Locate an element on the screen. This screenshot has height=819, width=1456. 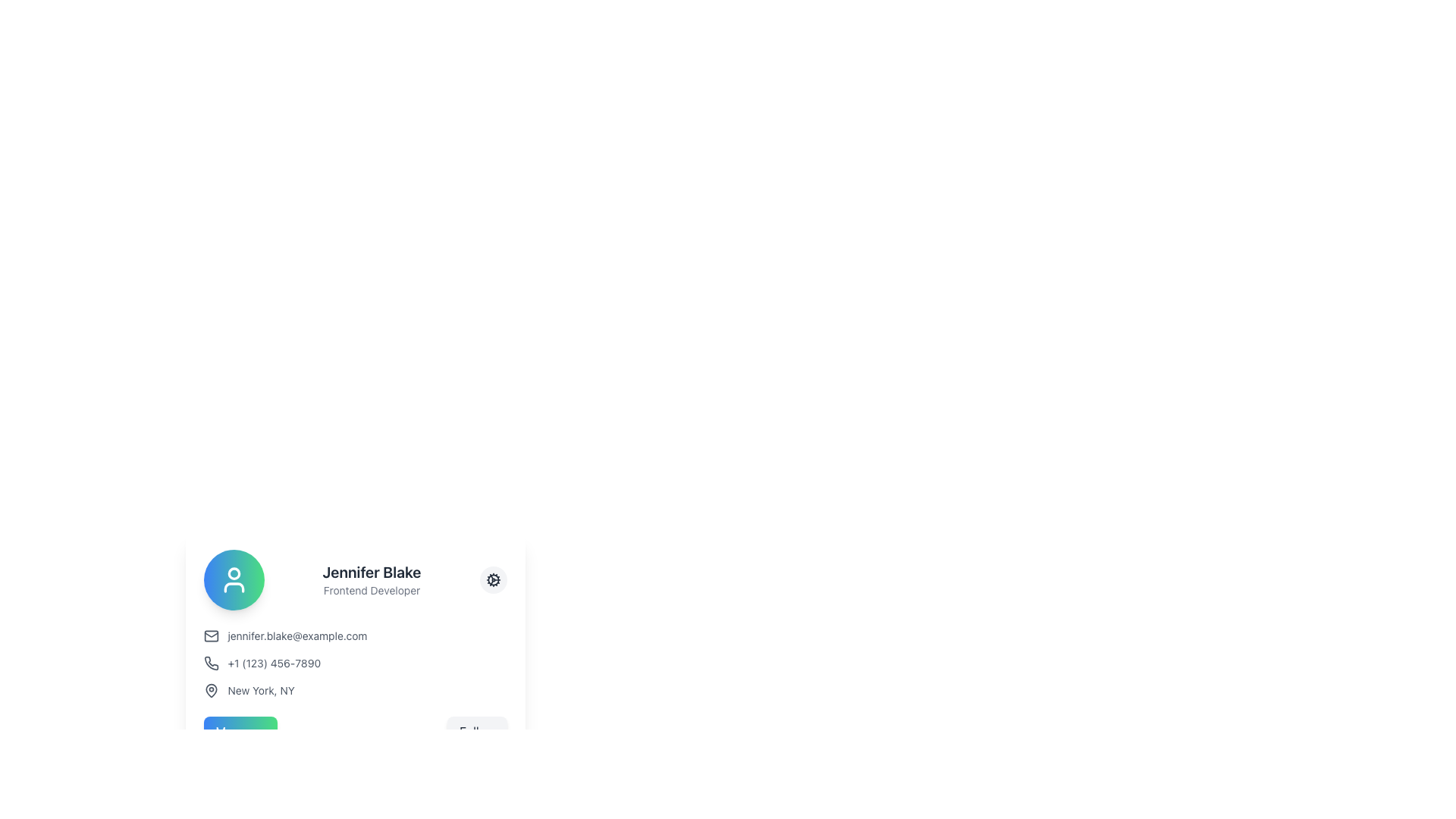
the Text block that displays the user name and job title, which is positioned between a circular icon on the left and a settings icon on the right is located at coordinates (372, 579).